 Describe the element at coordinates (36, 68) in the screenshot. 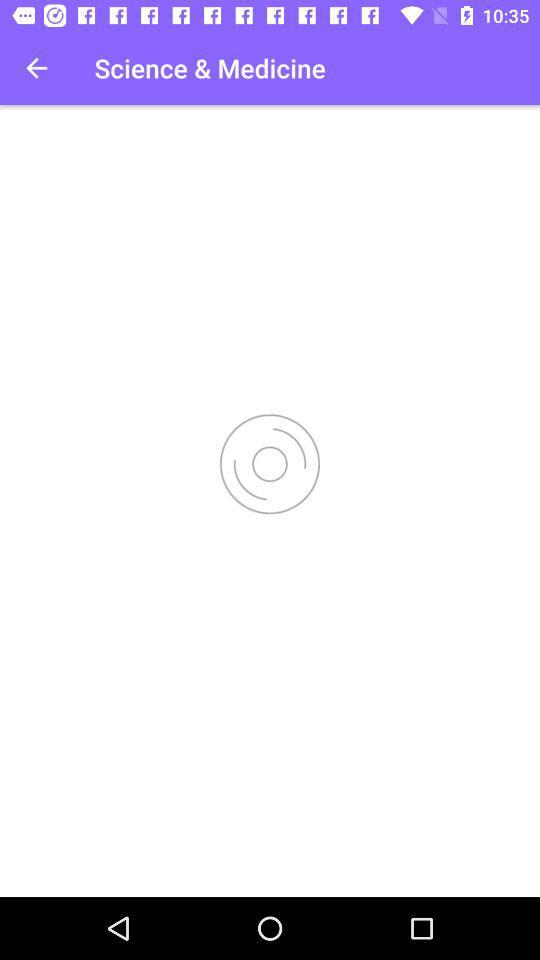

I see `the item to the left of science & medicine icon` at that location.